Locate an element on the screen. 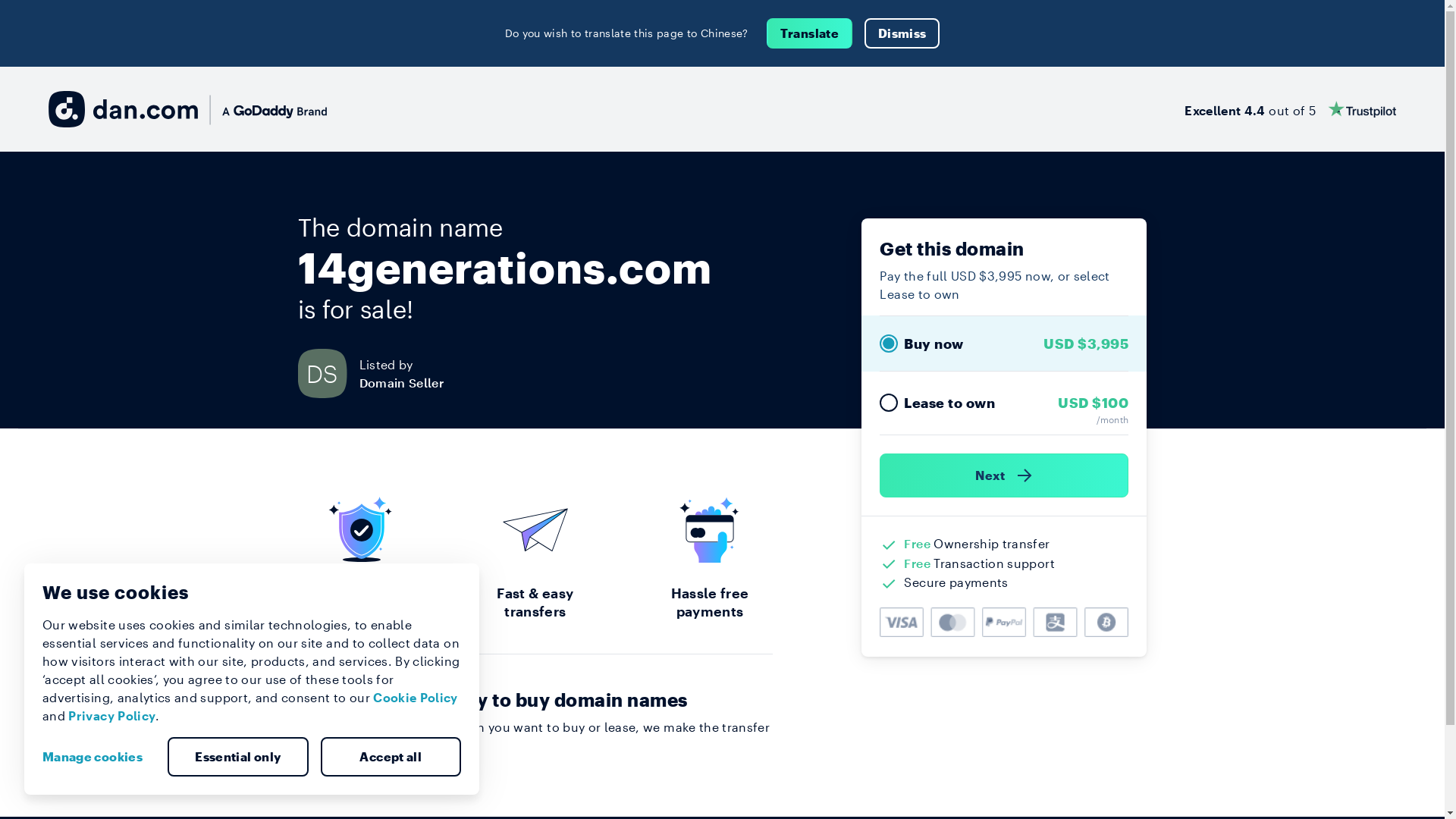  'Translate' is located at coordinates (808, 33).